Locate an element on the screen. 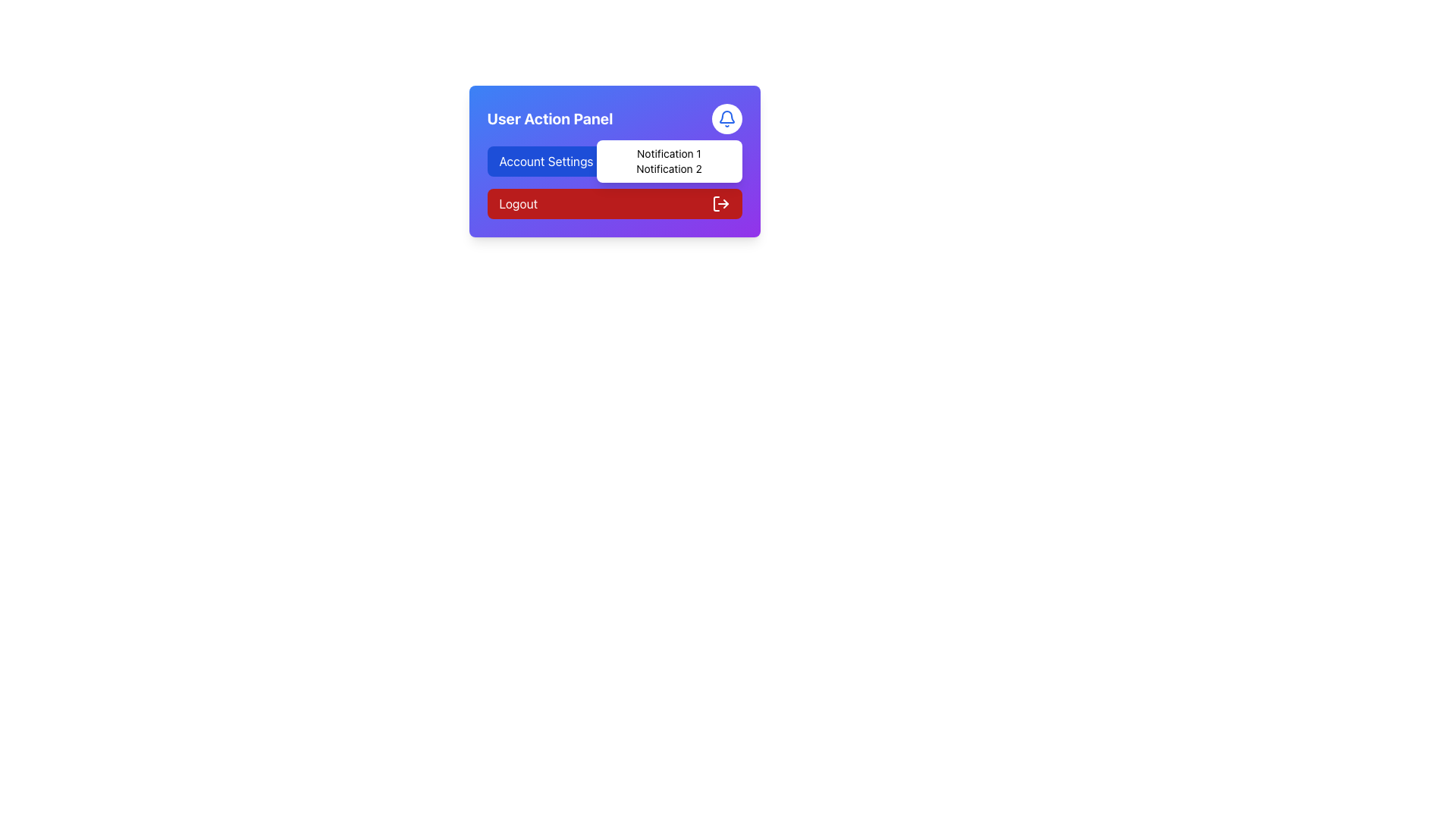 The height and width of the screenshot is (819, 1456). the dropdown menu located below the notification icon in the main user action panel is located at coordinates (668, 161).